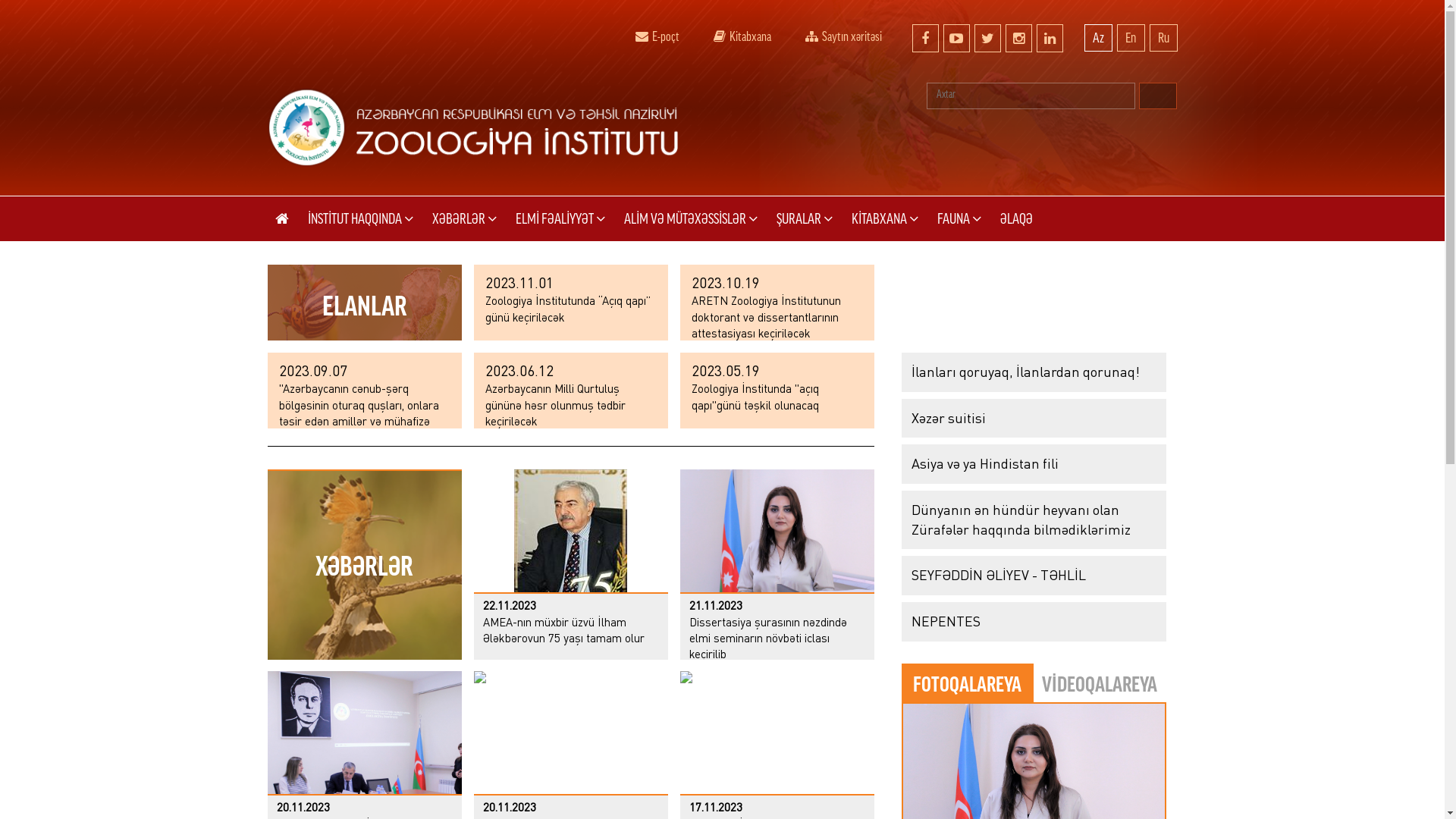  What do you see at coordinates (1163, 37) in the screenshot?
I see `'Ru'` at bounding box center [1163, 37].